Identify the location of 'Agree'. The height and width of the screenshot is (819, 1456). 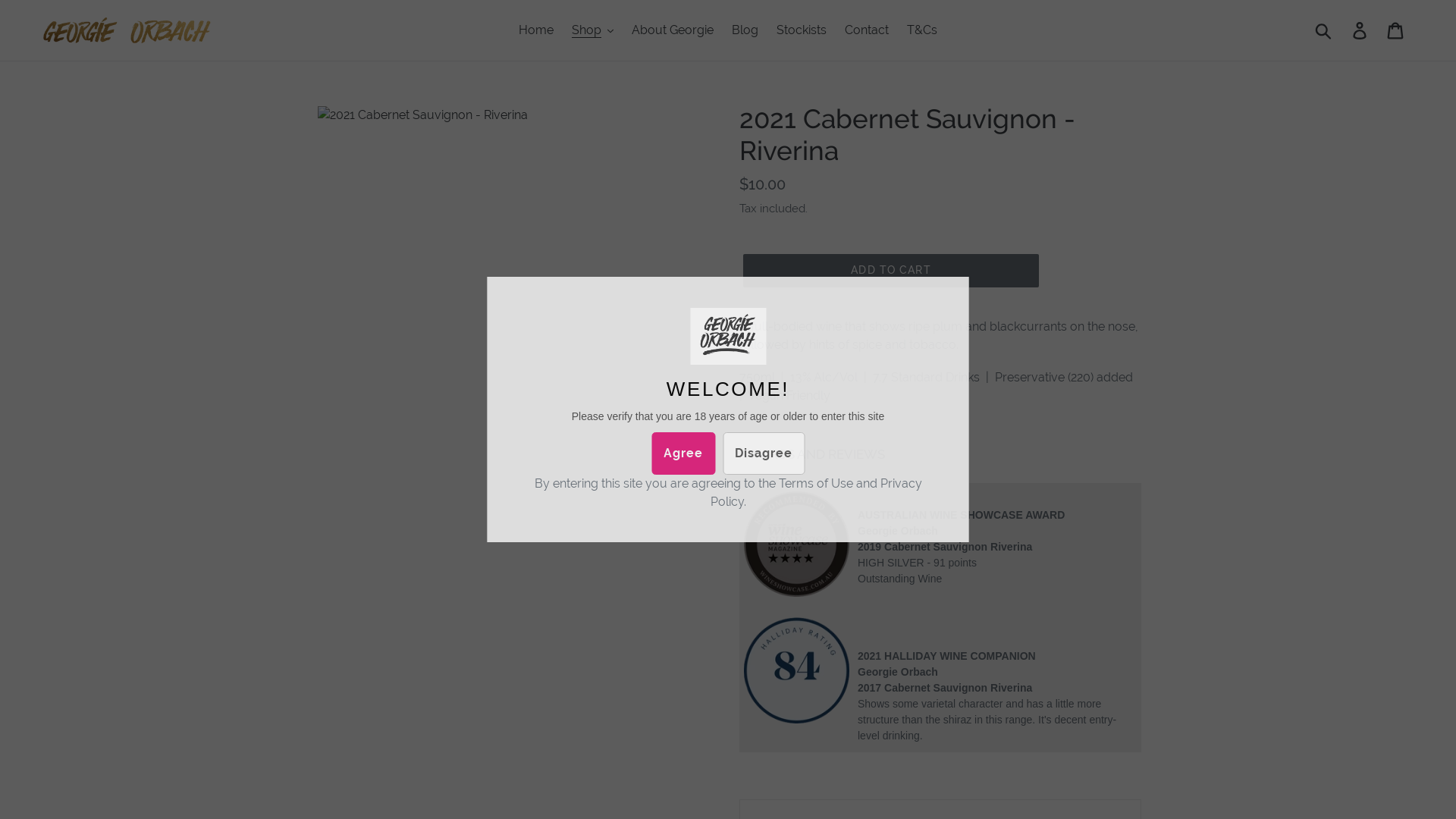
(682, 452).